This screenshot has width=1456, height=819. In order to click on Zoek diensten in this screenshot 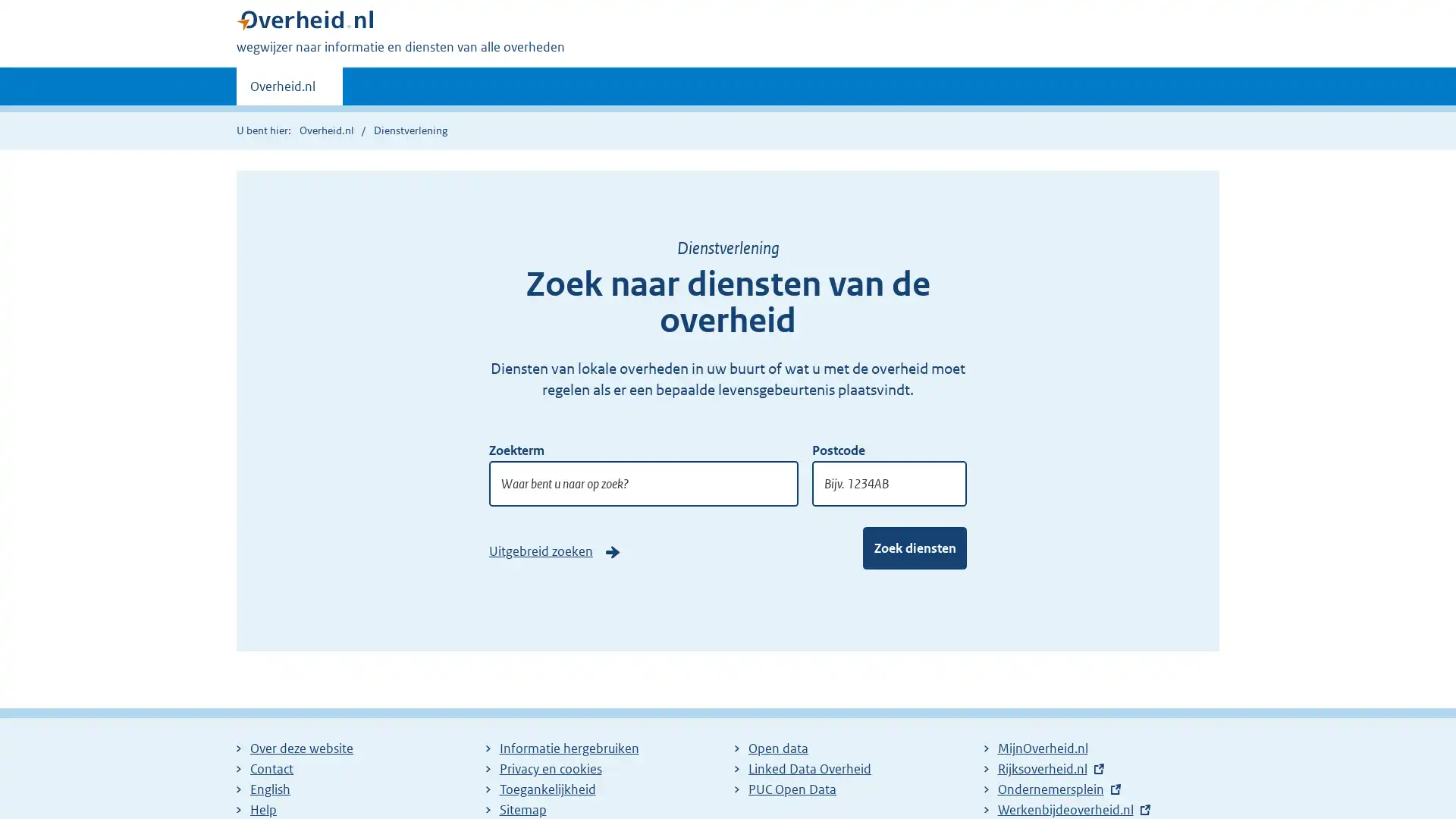, I will do `click(914, 547)`.